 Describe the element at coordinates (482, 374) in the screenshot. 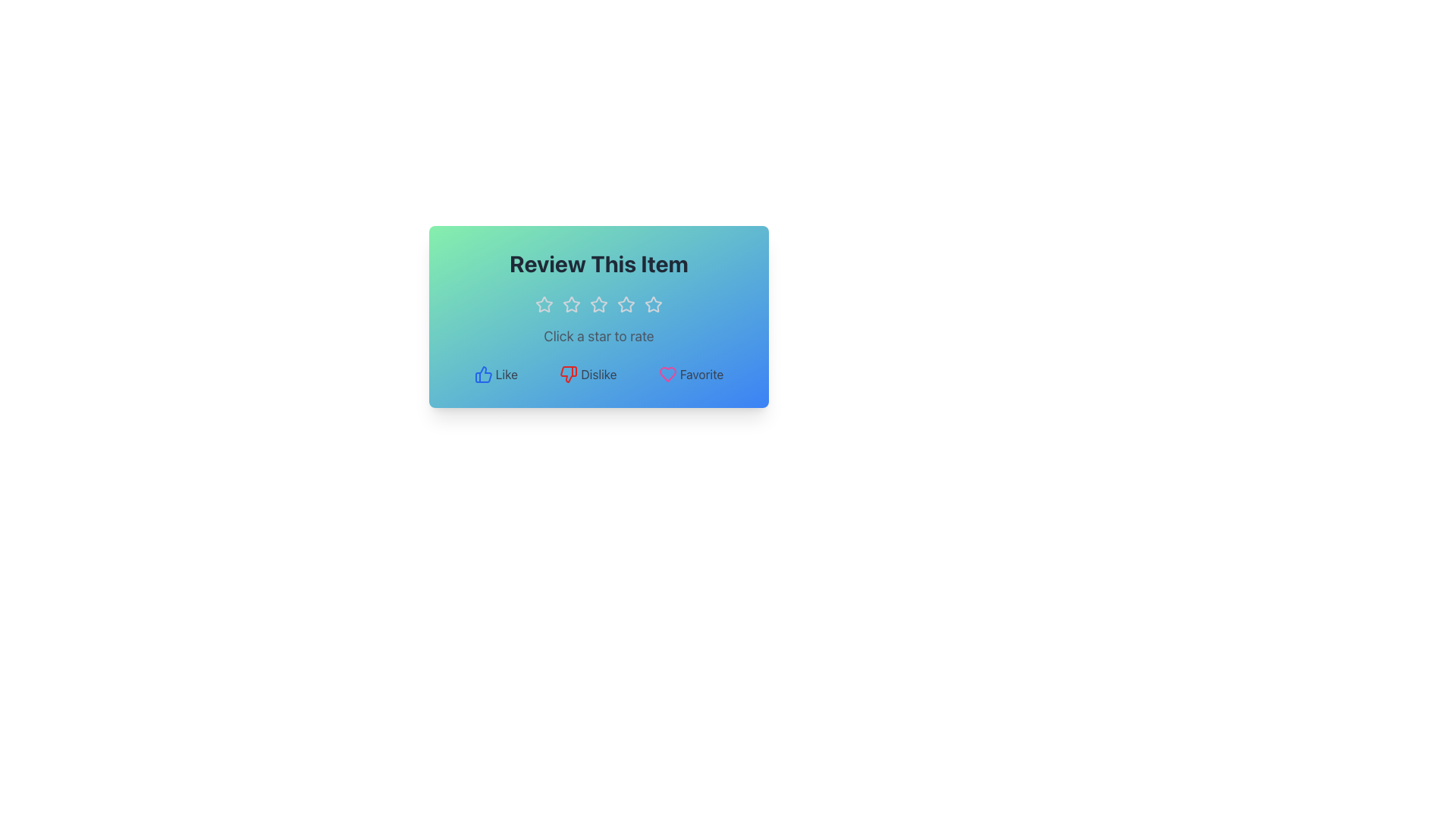

I see `the thumbs-up icon with blue outlines located in the bottom-left section of the component card` at that location.